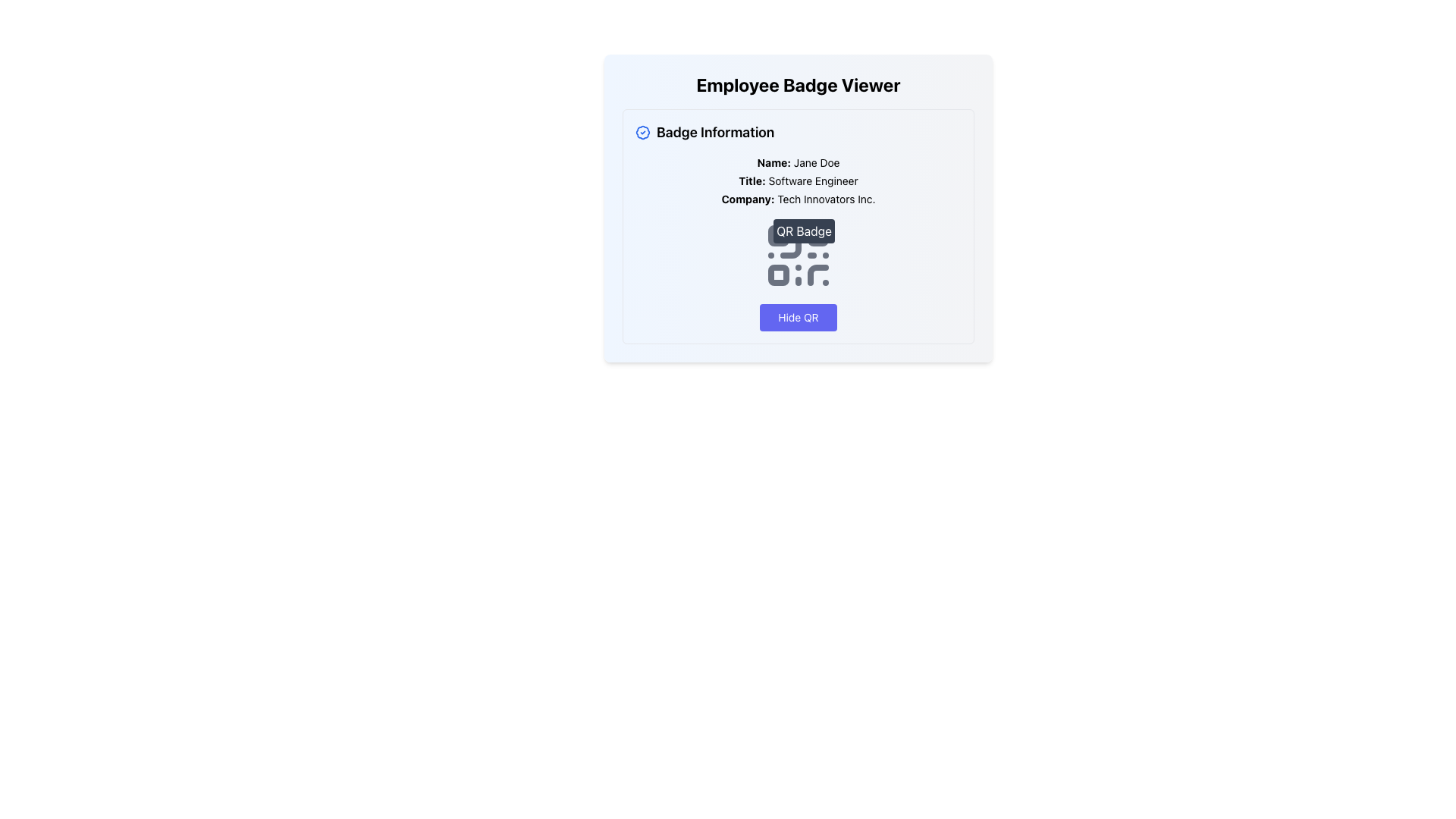  What do you see at coordinates (797, 198) in the screenshot?
I see `the Text Display element which shows the company name, positioned below the Title section in the Badge Information card` at bounding box center [797, 198].